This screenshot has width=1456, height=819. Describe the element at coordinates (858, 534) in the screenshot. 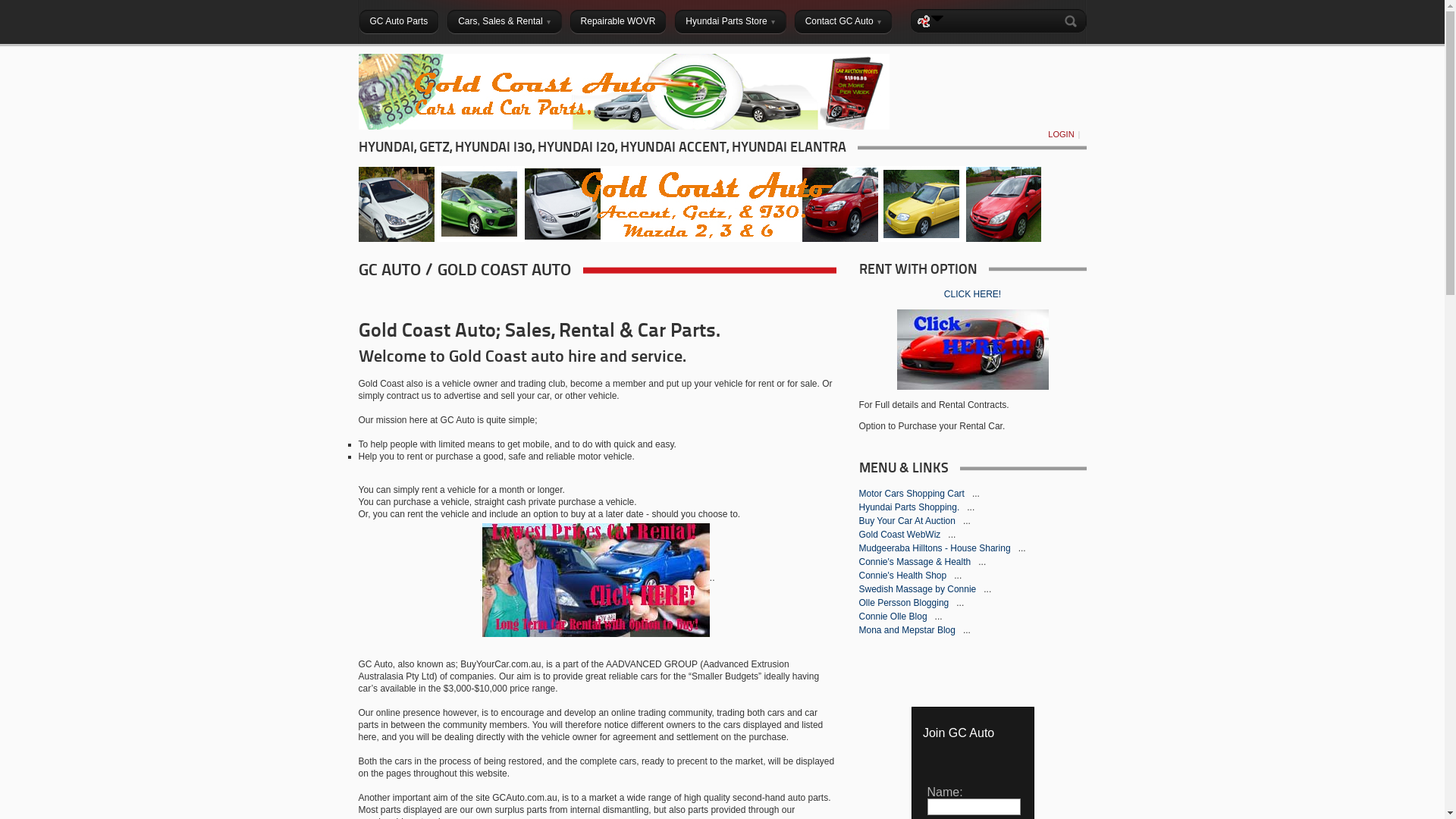

I see `'Gold Coast WebWiz'` at that location.